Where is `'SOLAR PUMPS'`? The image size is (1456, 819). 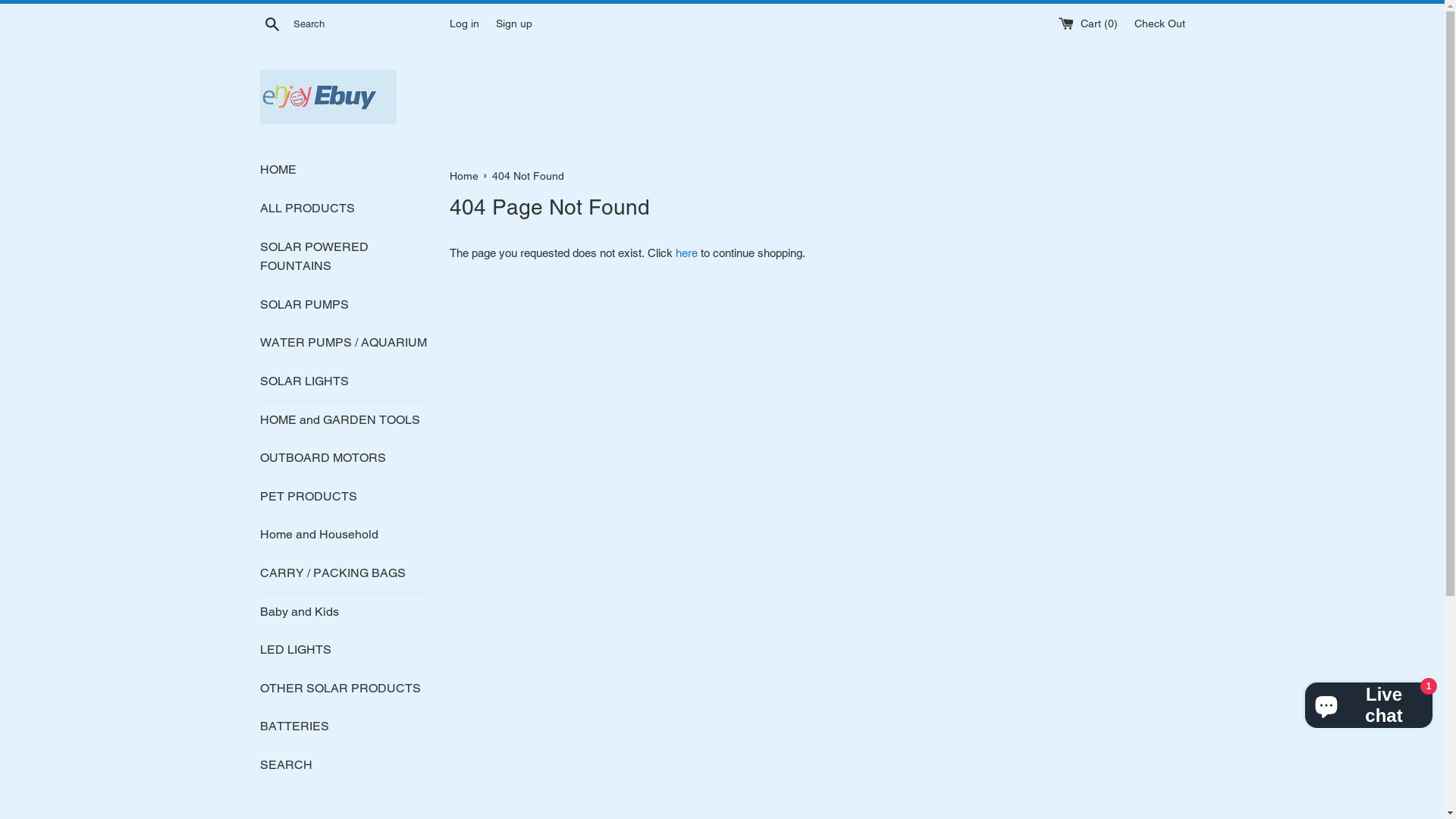 'SOLAR PUMPS' is located at coordinates (341, 304).